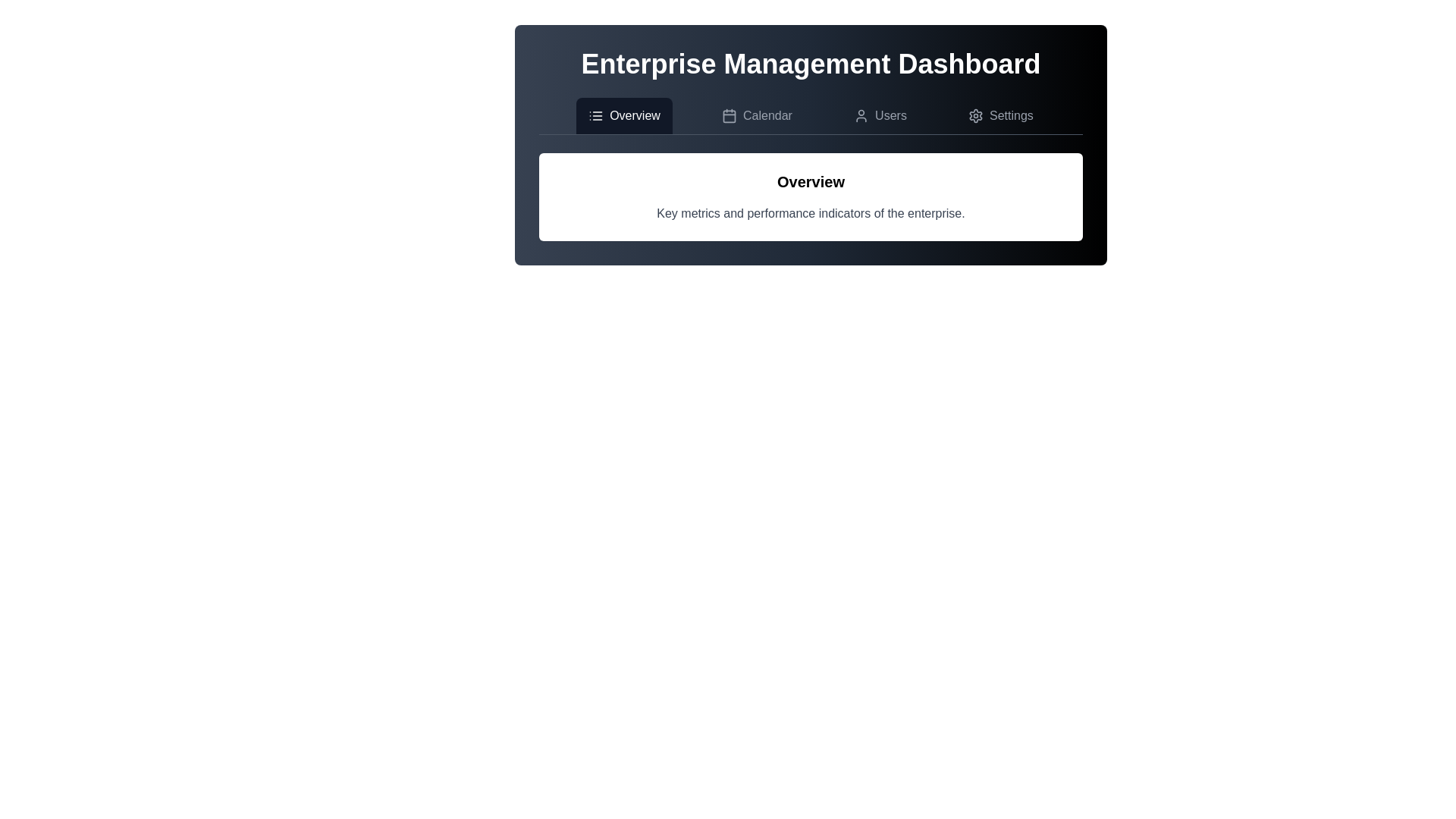 The image size is (1456, 819). What do you see at coordinates (975, 115) in the screenshot?
I see `the 'Settings' icon (SVG image) located to the far left of the 'Settings' label in the navigation bar` at bounding box center [975, 115].